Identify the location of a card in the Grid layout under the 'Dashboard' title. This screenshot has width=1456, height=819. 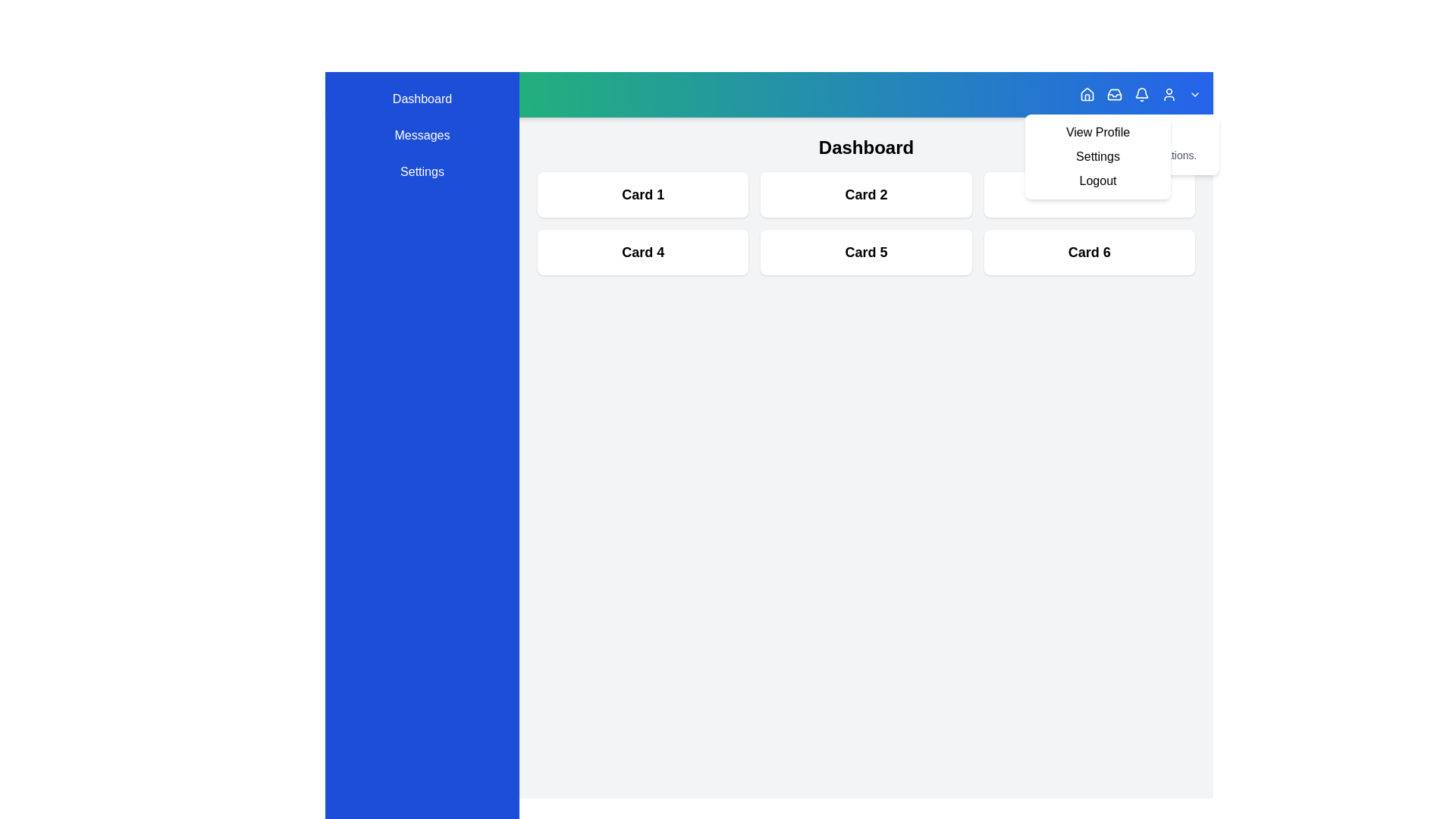
(866, 223).